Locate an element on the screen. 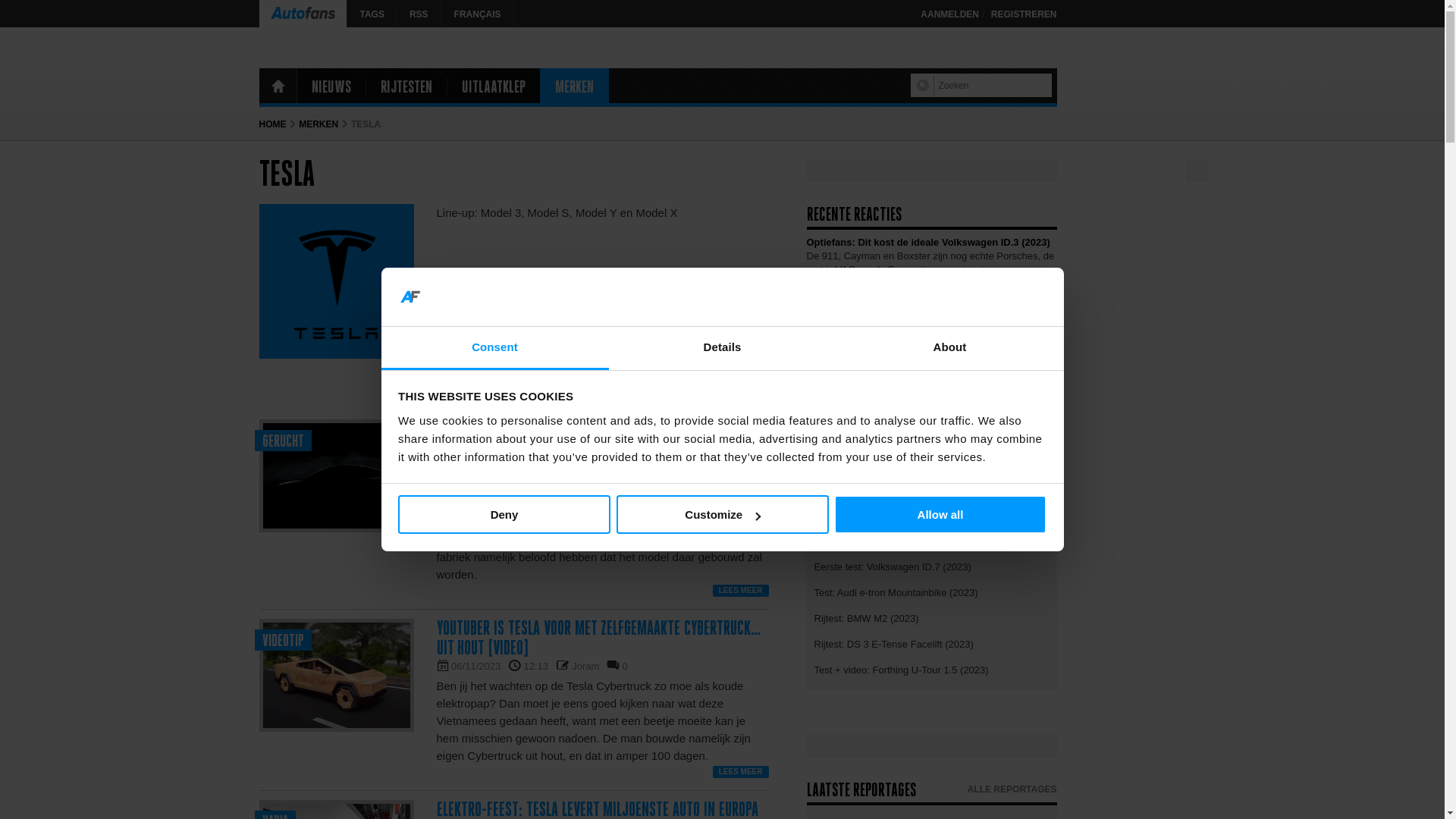 The height and width of the screenshot is (819, 1456). 'Optiefans: Dit kost de ideale Volkswagen ID.3 (2023)' is located at coordinates (927, 241).